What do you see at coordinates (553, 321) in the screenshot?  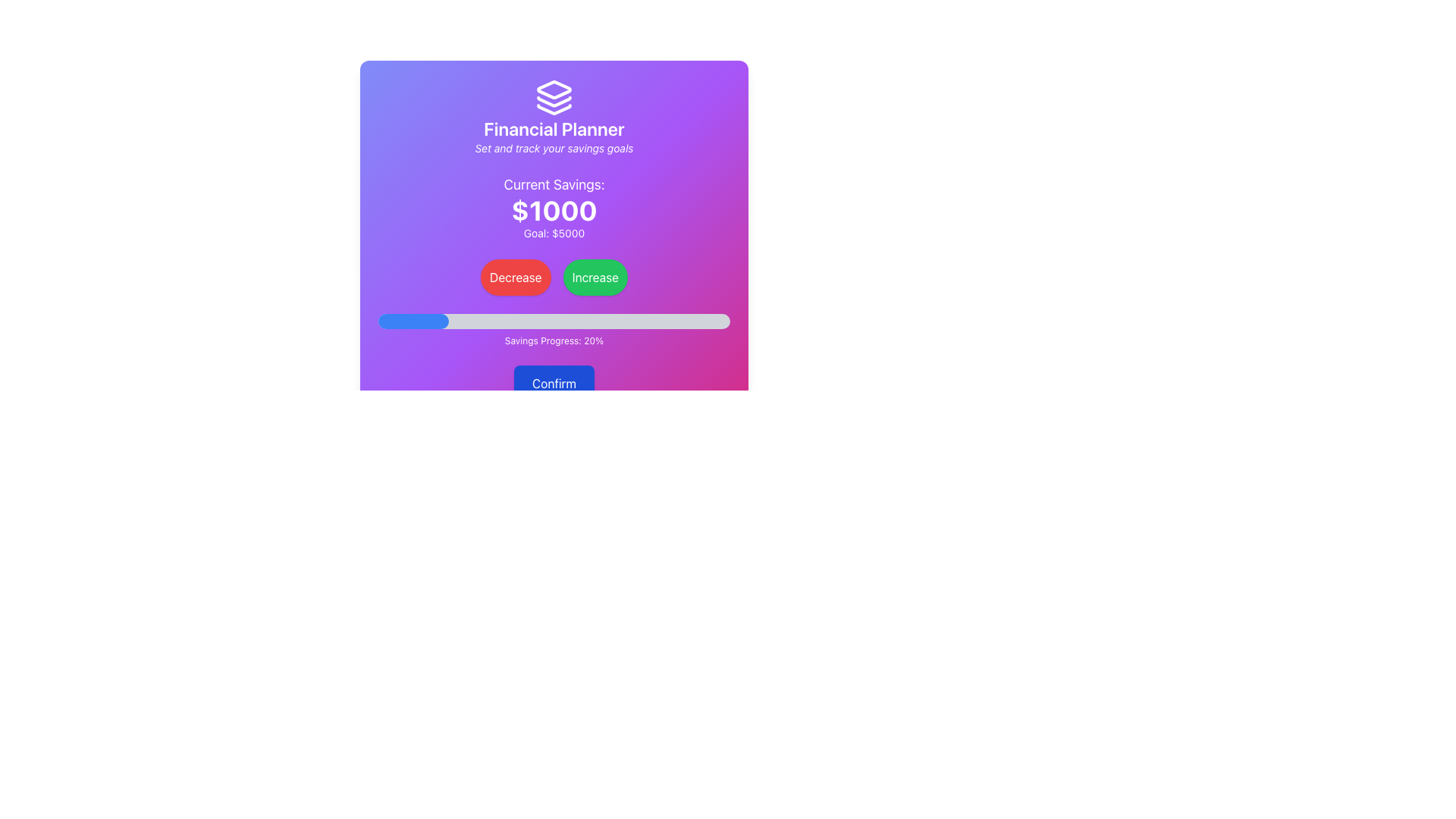 I see `the progress bar that visually represents the savings progress, which is located below the 'Decrease' and 'Increase' buttons and above the label stating 'Savings Progress: 20%'` at bounding box center [553, 321].